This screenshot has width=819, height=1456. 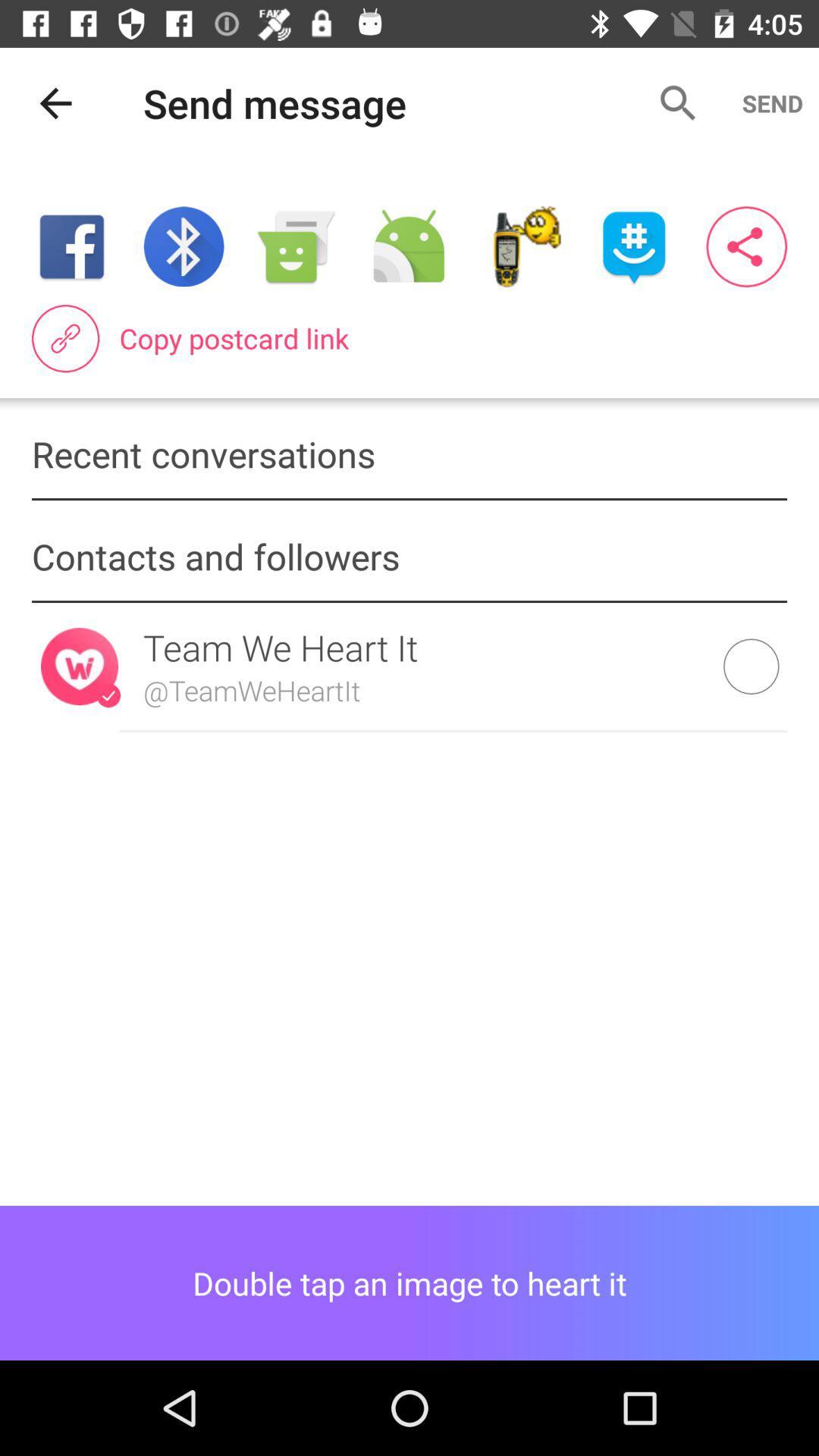 What do you see at coordinates (408, 246) in the screenshot?
I see `switch sending app` at bounding box center [408, 246].